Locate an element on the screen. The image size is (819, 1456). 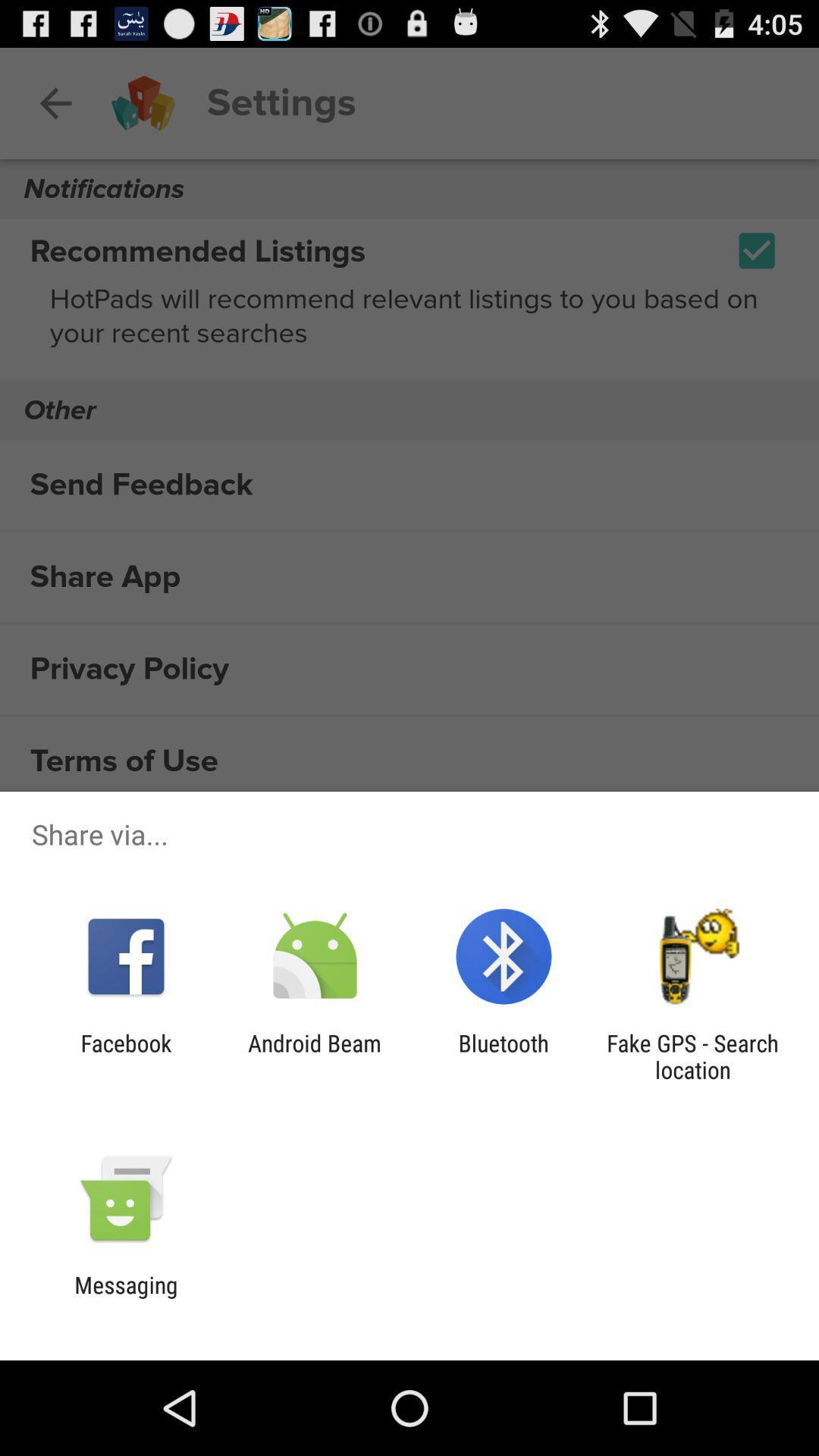
android beam icon is located at coordinates (314, 1056).